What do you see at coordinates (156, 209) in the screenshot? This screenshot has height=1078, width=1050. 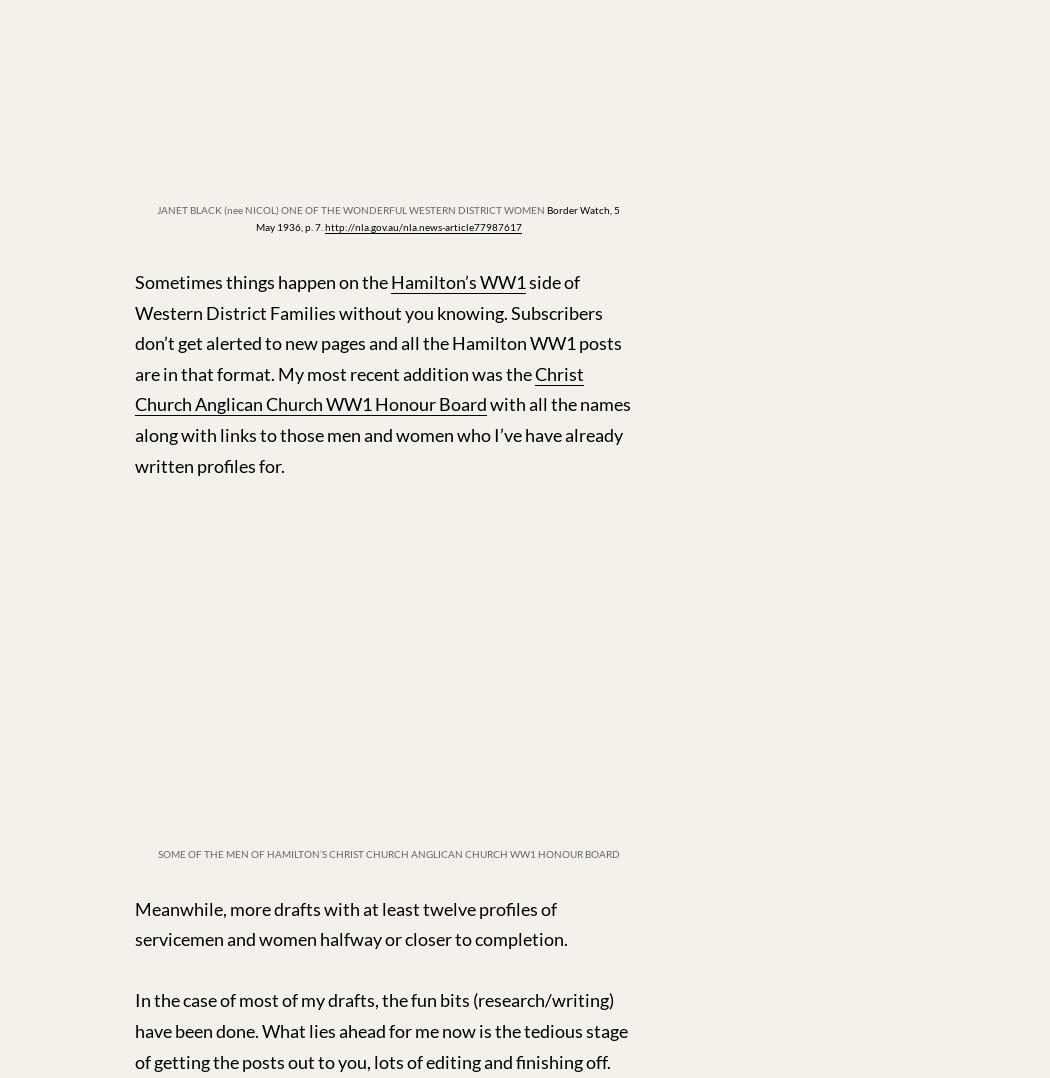 I see `'JANET BLACK (nee NICOL) ONE OF THE WONDERFUL WESTERN DISTRICT WOMEN'` at bounding box center [156, 209].